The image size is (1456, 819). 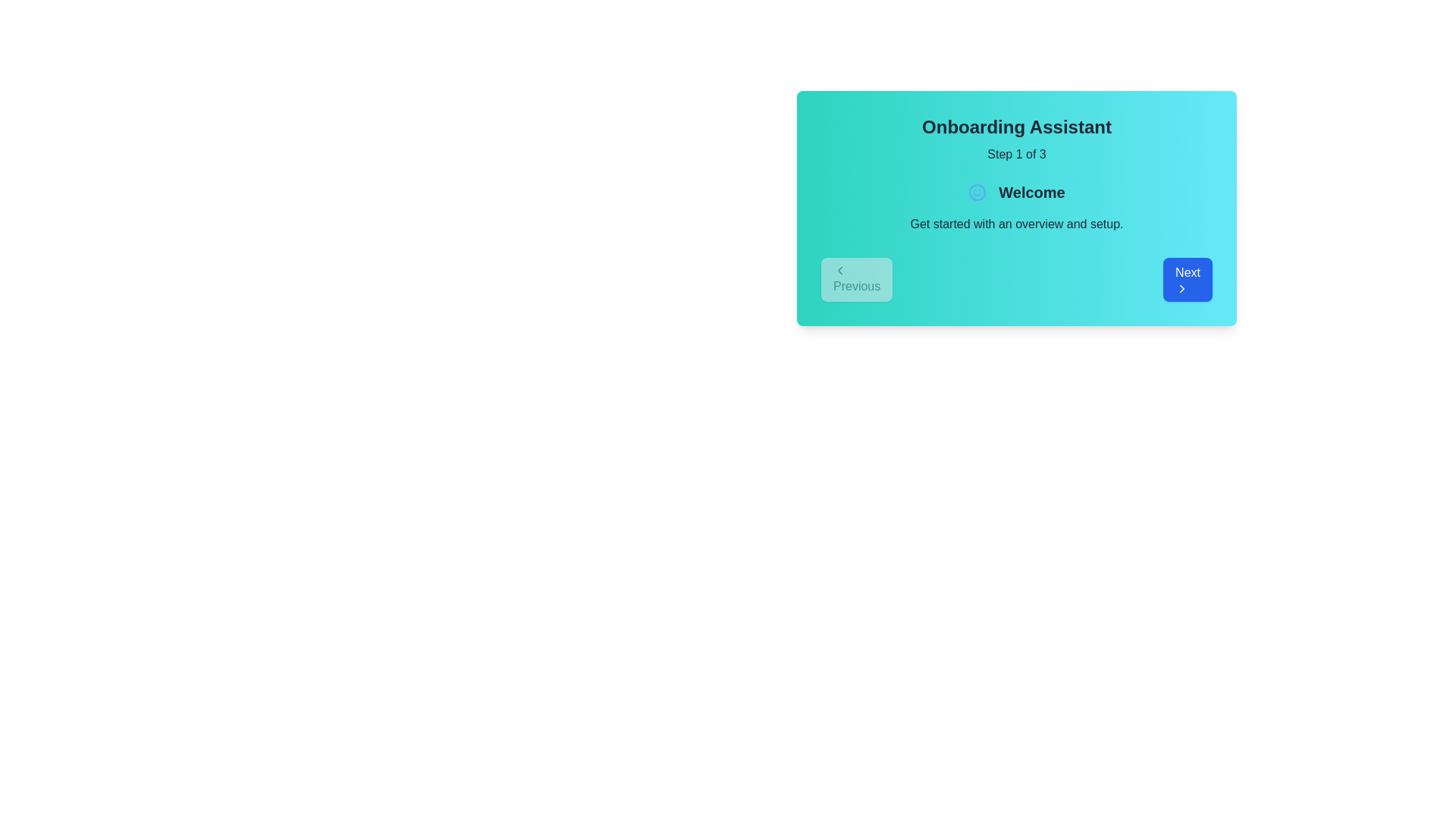 I want to click on the small right-facing arrow icon located at the center of the blue 'Next' button in the bottom-right corner of the 'Onboarding Assistant' card, so click(x=1181, y=289).